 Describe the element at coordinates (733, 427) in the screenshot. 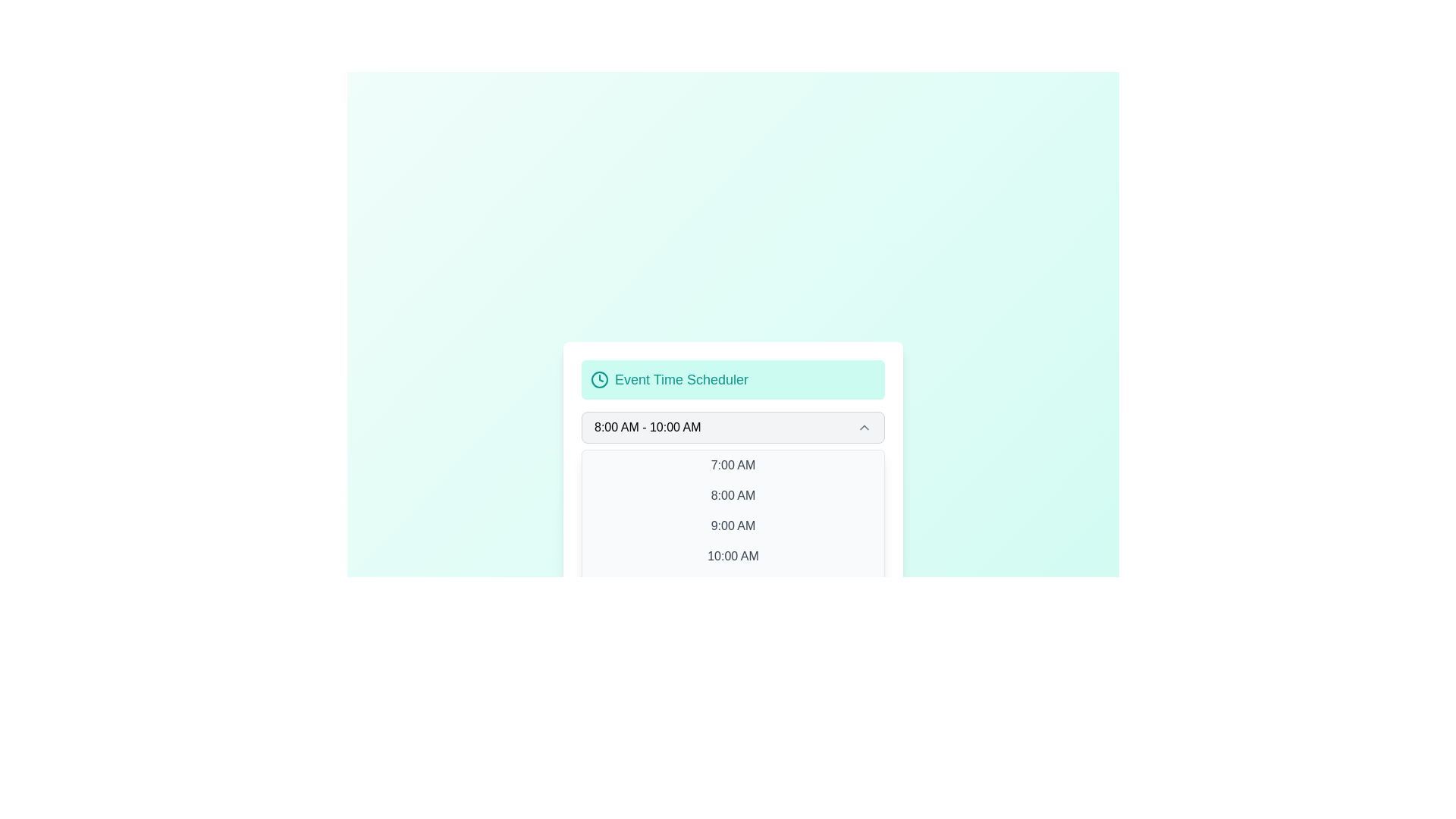

I see `the dropdown menu labeled '8:00 AM - 10:00 AM' within the 'Event Time Scheduler' card` at that location.